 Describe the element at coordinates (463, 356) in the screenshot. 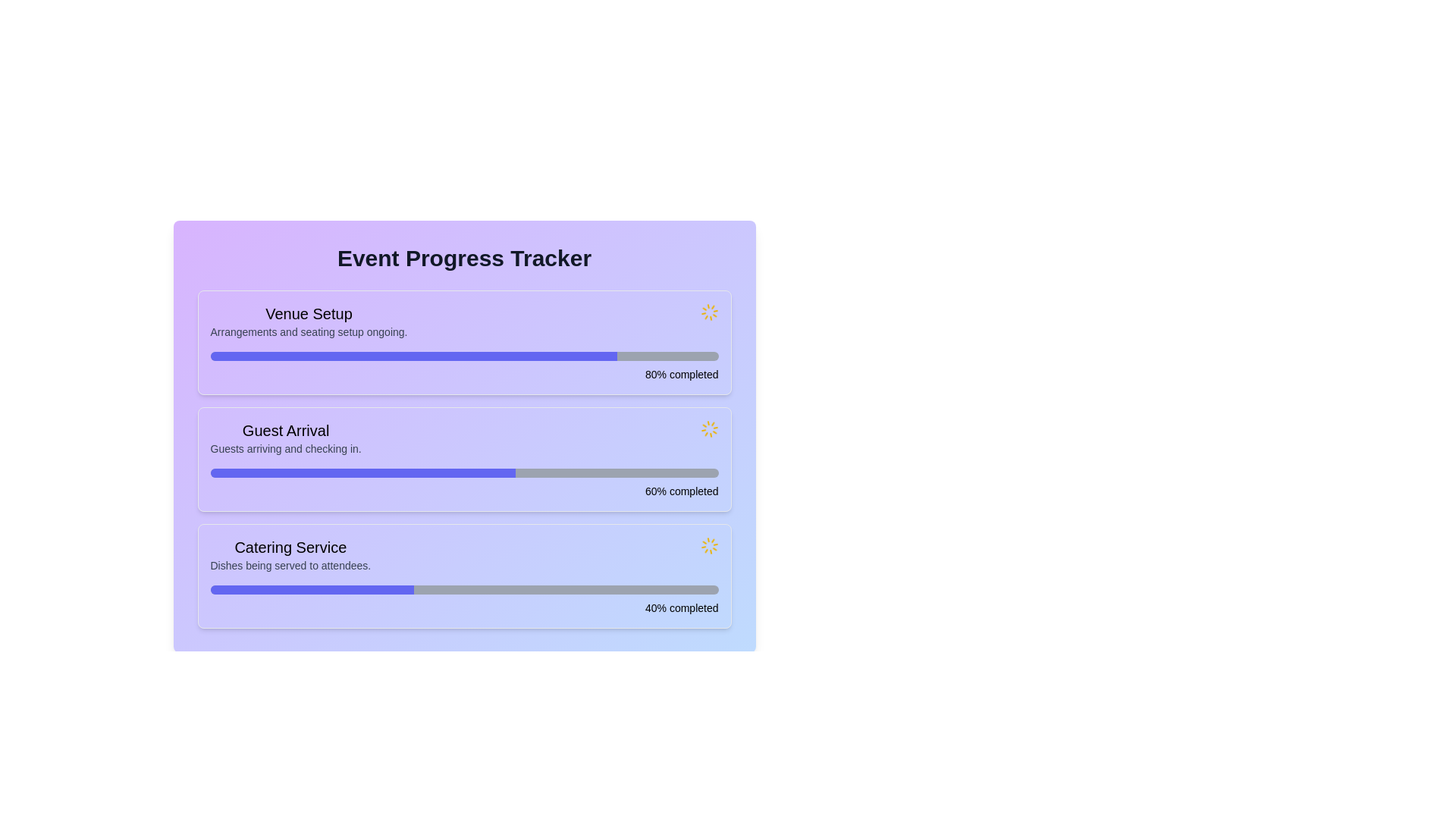

I see `the horizontal progress indicator bar located under the text 'Venue Setup', which is a filled indigo and gray bar within a bordered, rounded rectangle` at that location.